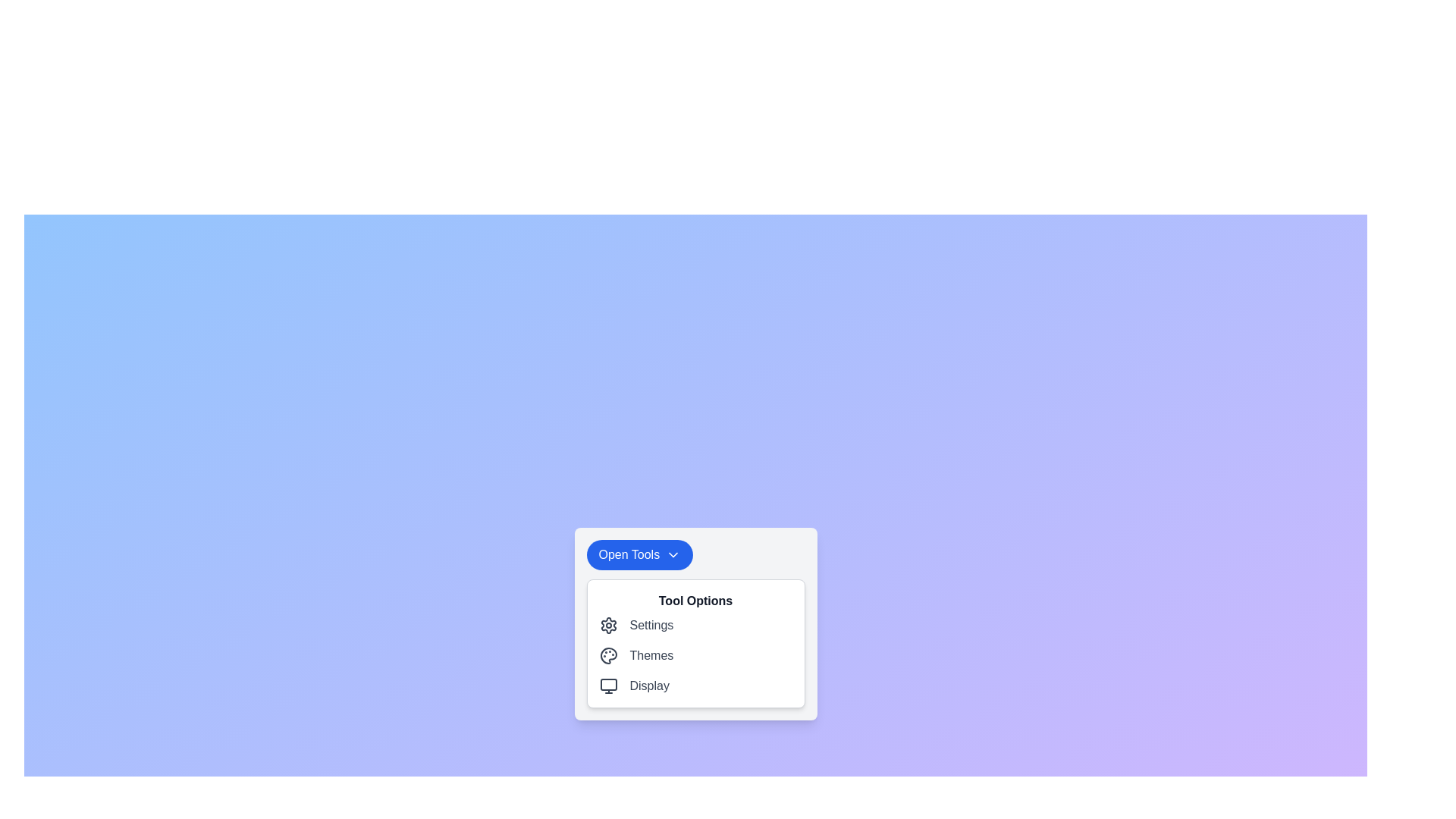 The height and width of the screenshot is (819, 1456). I want to click on the downward-pointing chevron icon within the 'Open Tools' button to indicate interactivity, so click(673, 555).